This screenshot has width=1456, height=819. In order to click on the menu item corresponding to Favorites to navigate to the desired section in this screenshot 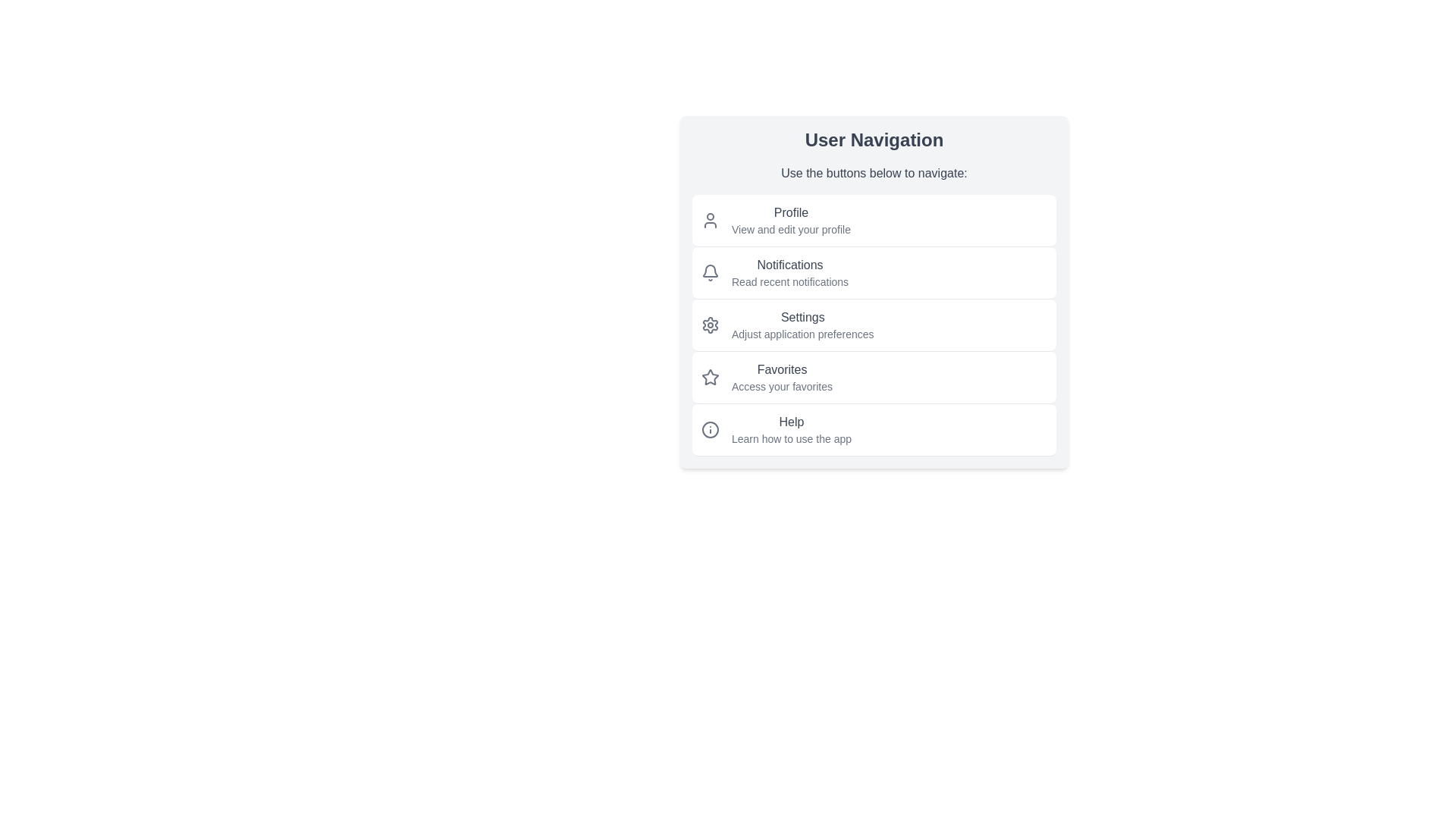, I will do `click(874, 376)`.